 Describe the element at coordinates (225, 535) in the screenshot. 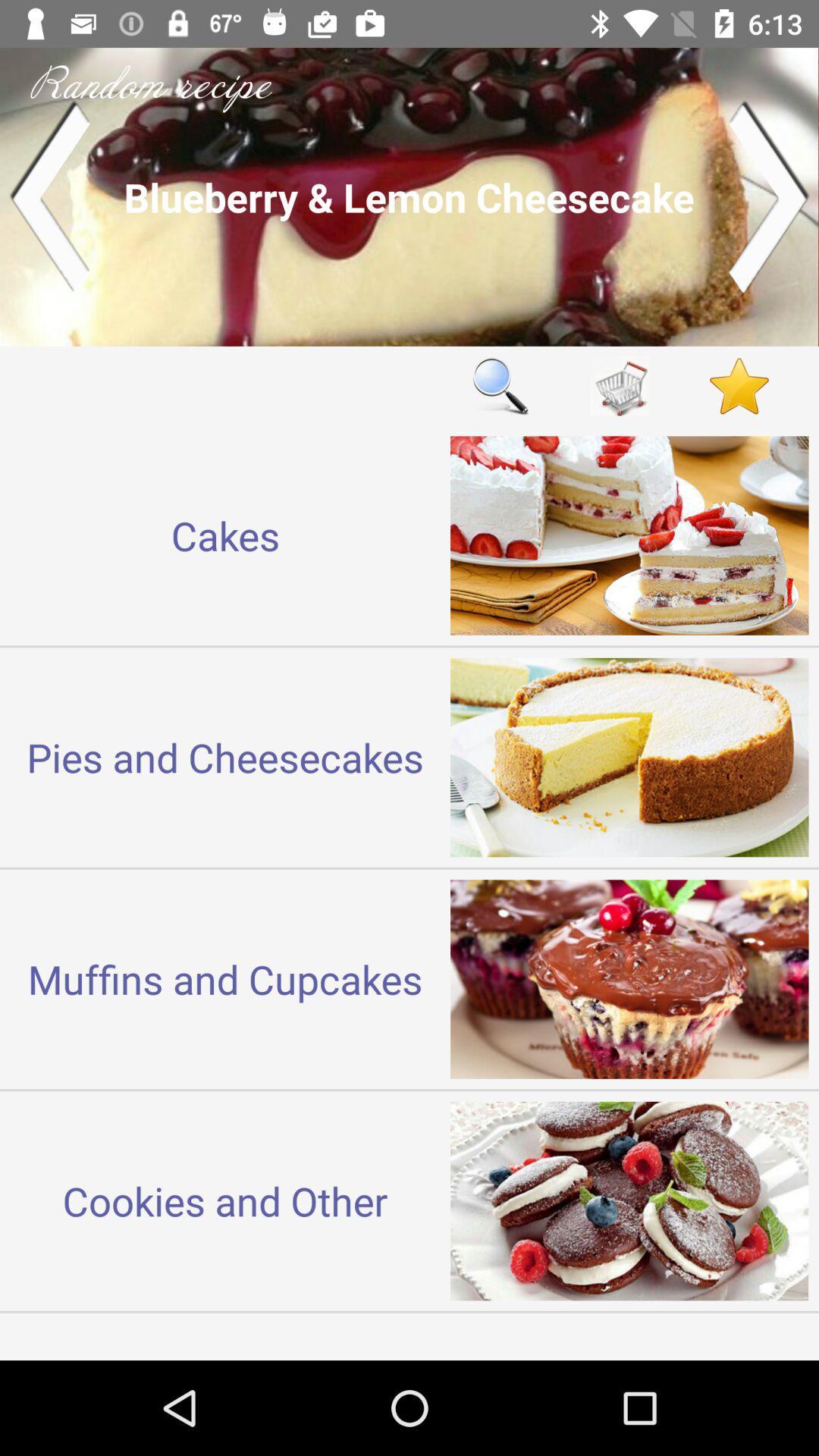

I see `the cakes item` at that location.